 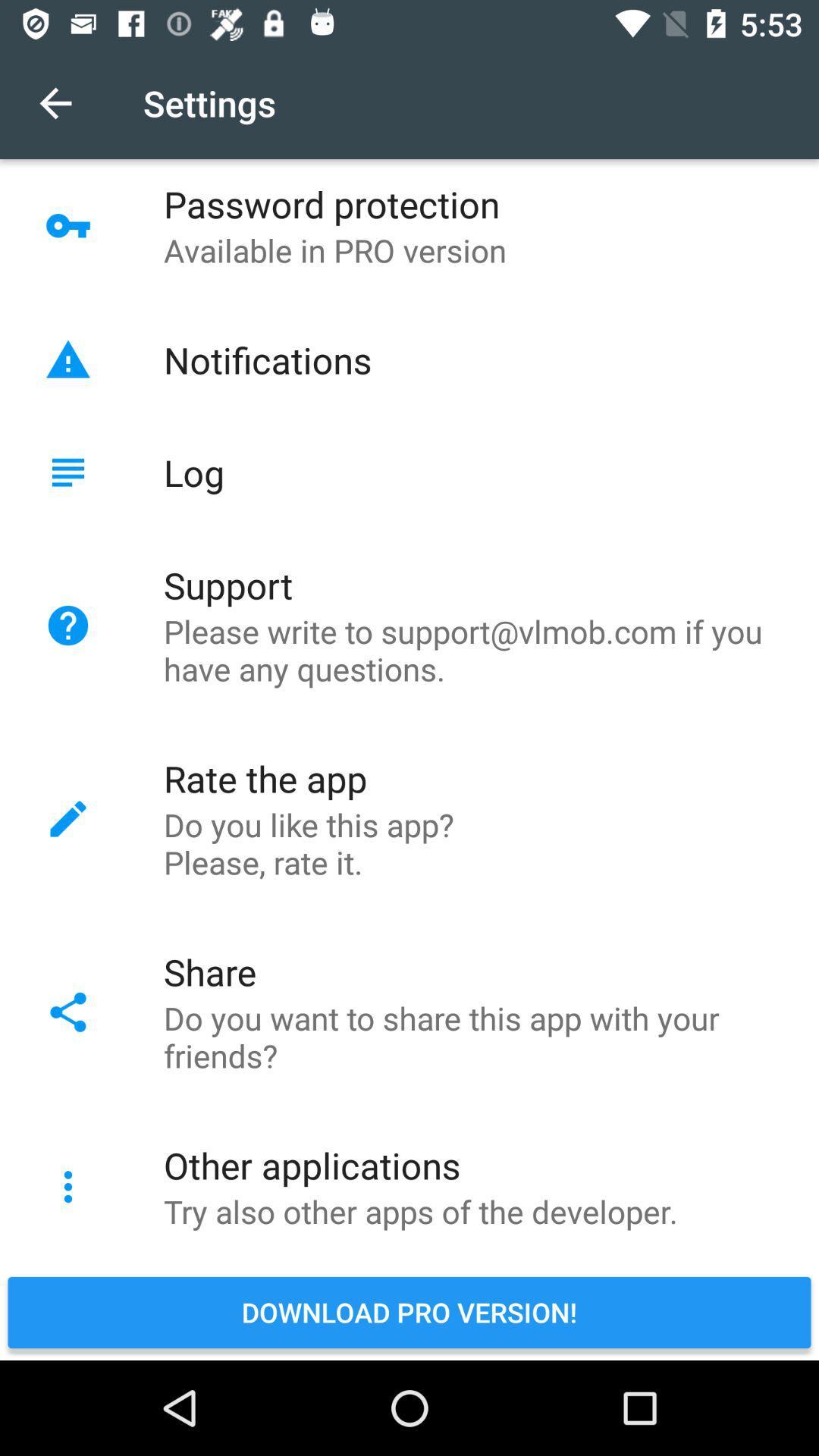 What do you see at coordinates (55, 102) in the screenshot?
I see `item to the left of settings icon` at bounding box center [55, 102].